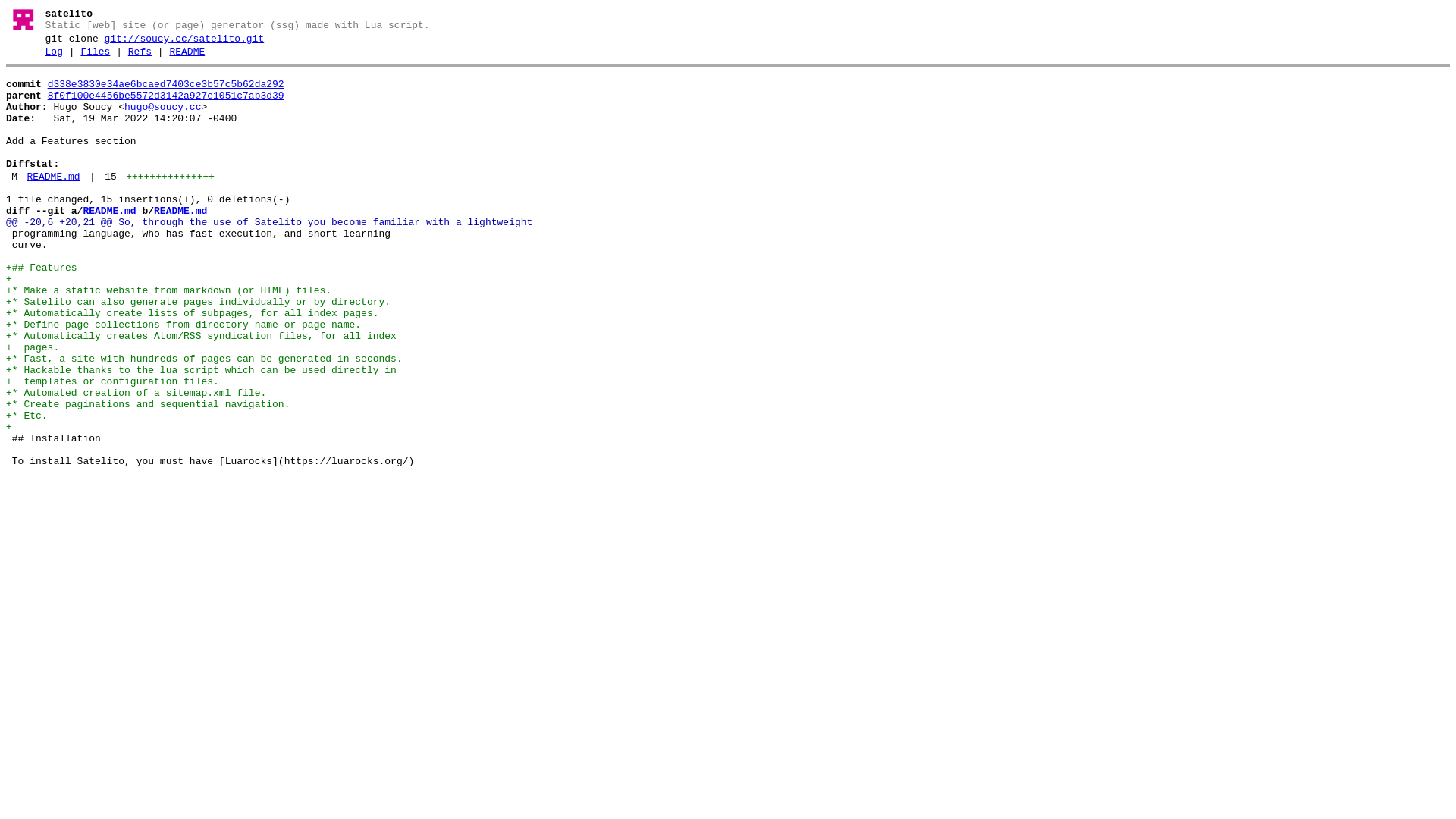 This screenshot has width=1456, height=819. Describe the element at coordinates (166, 84) in the screenshot. I see `'d338e3830e34ae6bcaed7403ce3b57c5b62da292'` at that location.